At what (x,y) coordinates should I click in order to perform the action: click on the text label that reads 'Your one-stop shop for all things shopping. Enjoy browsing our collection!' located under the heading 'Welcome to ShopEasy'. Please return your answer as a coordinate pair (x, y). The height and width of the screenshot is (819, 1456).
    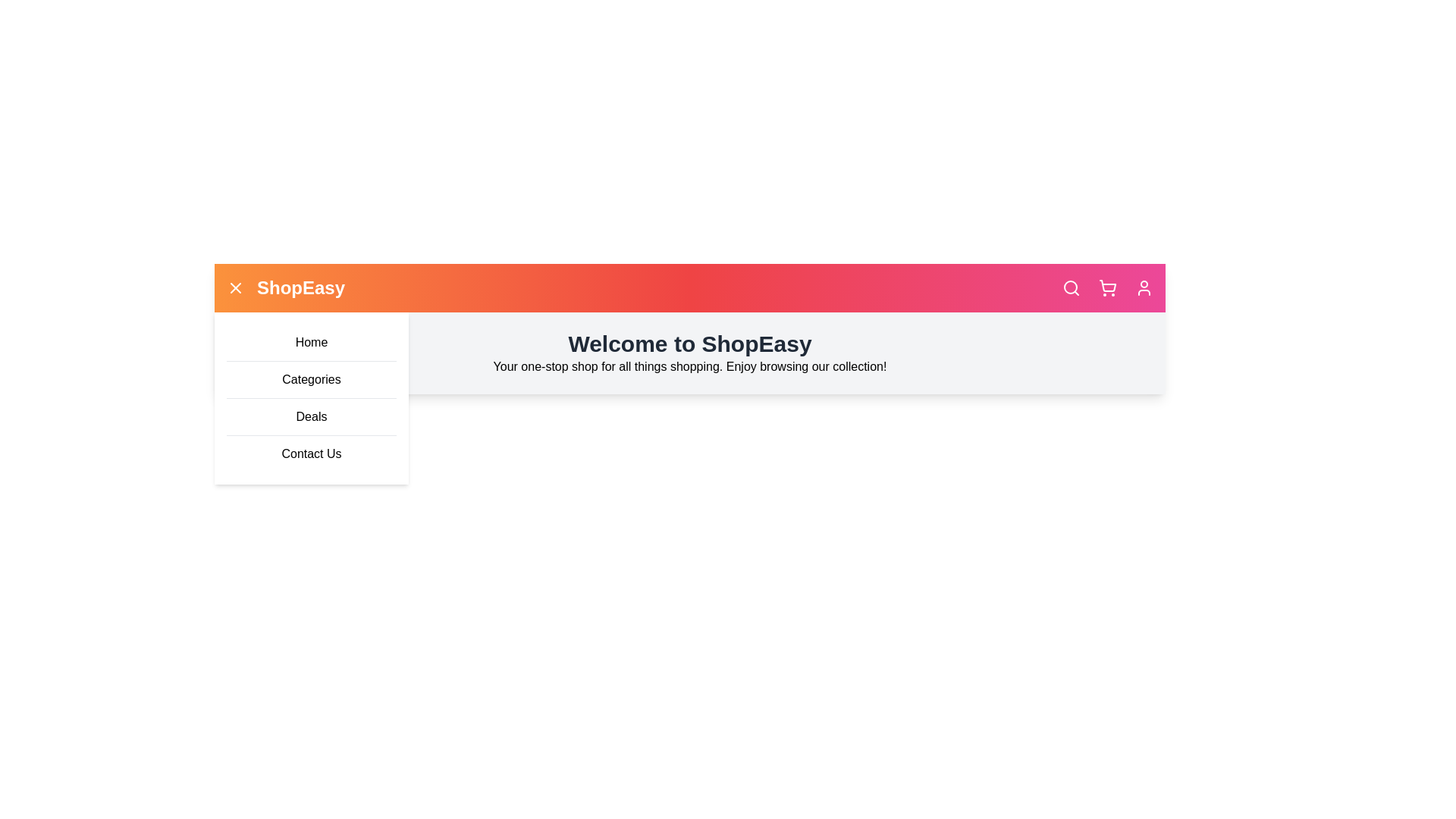
    Looking at the image, I should click on (689, 366).